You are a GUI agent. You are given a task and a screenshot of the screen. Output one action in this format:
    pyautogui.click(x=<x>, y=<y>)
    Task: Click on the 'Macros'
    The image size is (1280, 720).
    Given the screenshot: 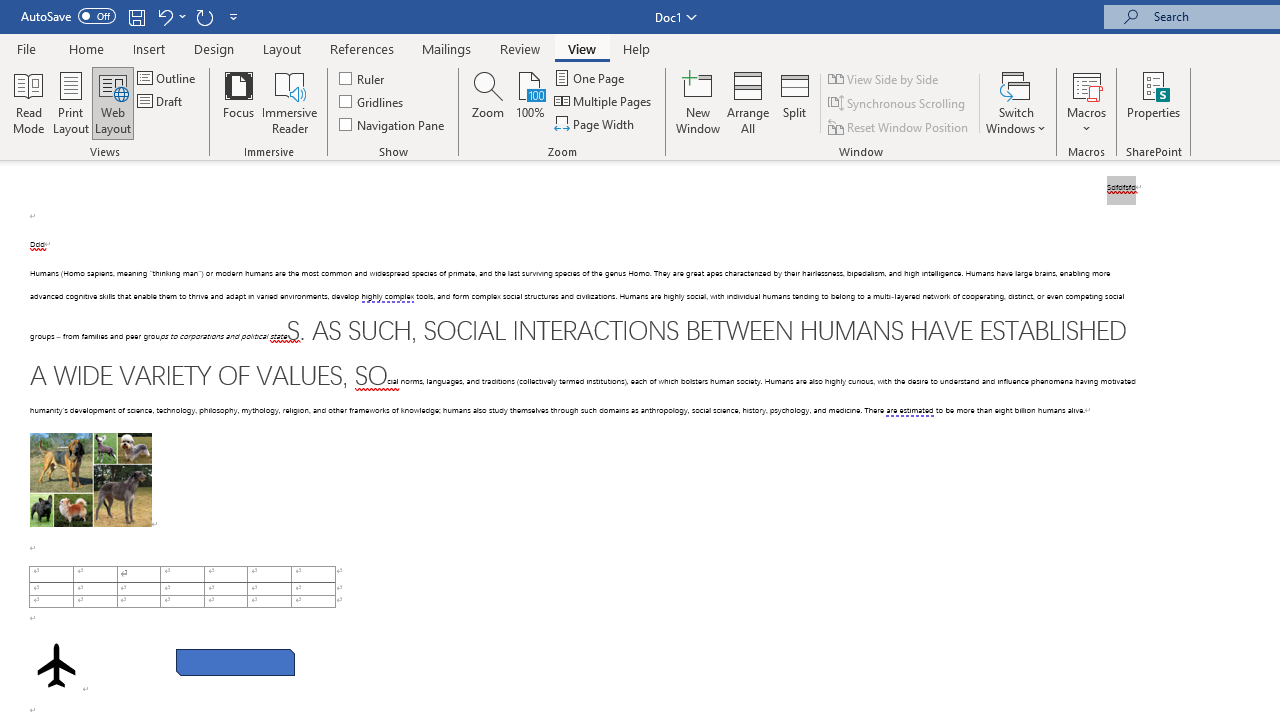 What is the action you would take?
    pyautogui.click(x=1085, y=103)
    